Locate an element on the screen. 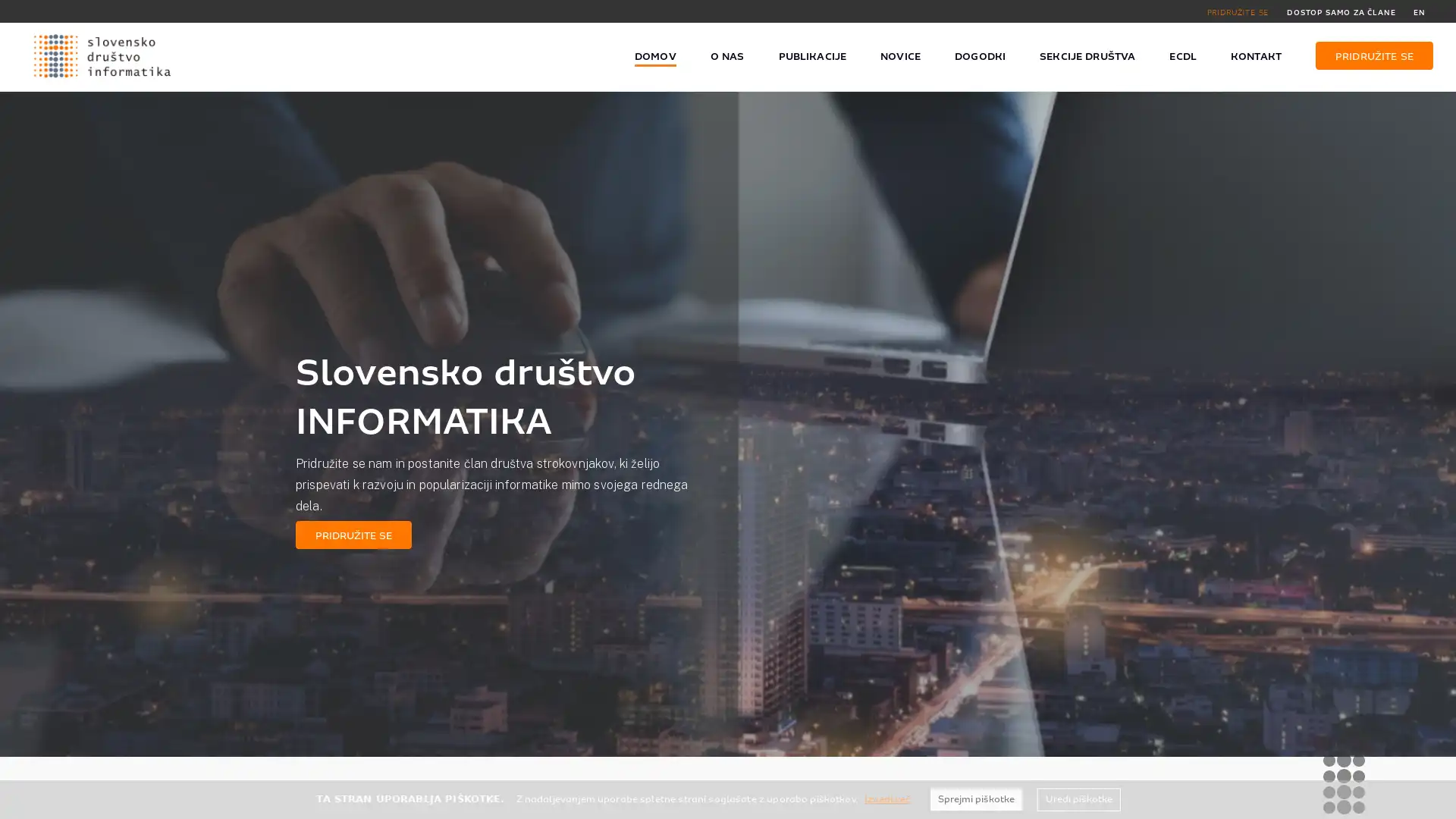 The height and width of the screenshot is (819, 1456). Uredi piskotke is located at coordinates (1077, 799).